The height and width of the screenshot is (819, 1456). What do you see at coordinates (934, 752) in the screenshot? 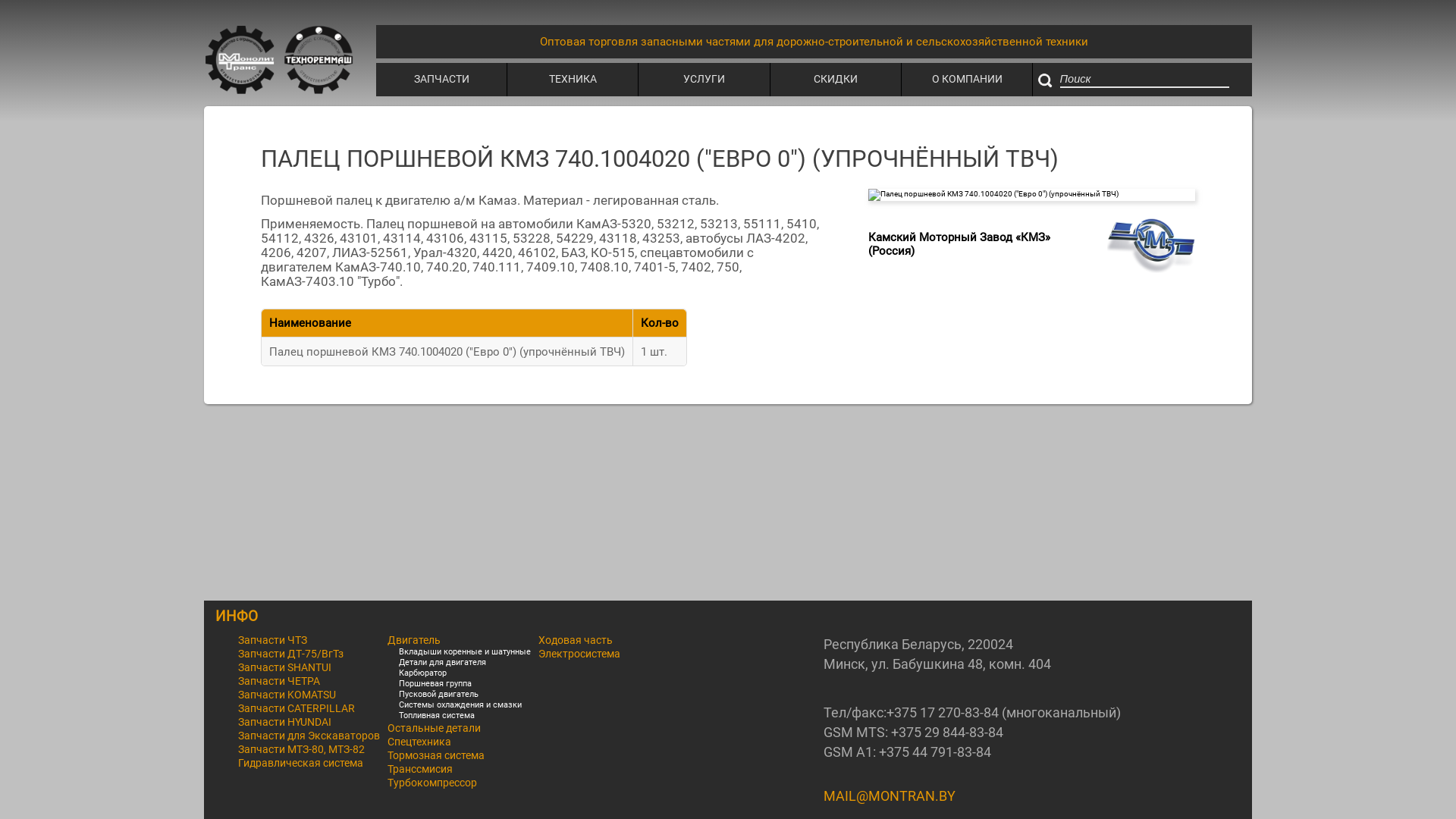
I see `'+375 44 791-83-84'` at bounding box center [934, 752].